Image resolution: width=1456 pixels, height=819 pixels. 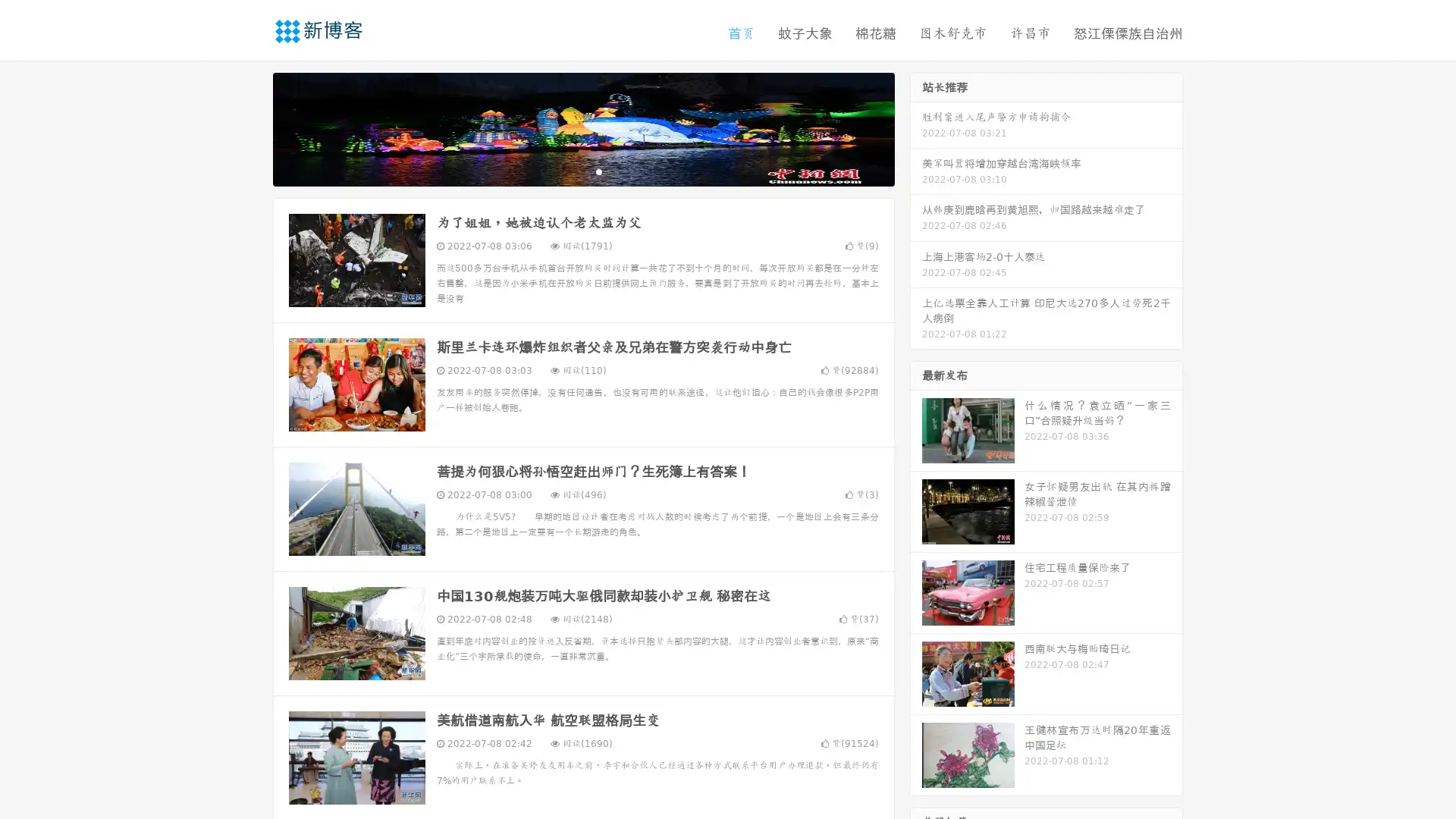 What do you see at coordinates (598, 171) in the screenshot?
I see `Go to slide 3` at bounding box center [598, 171].